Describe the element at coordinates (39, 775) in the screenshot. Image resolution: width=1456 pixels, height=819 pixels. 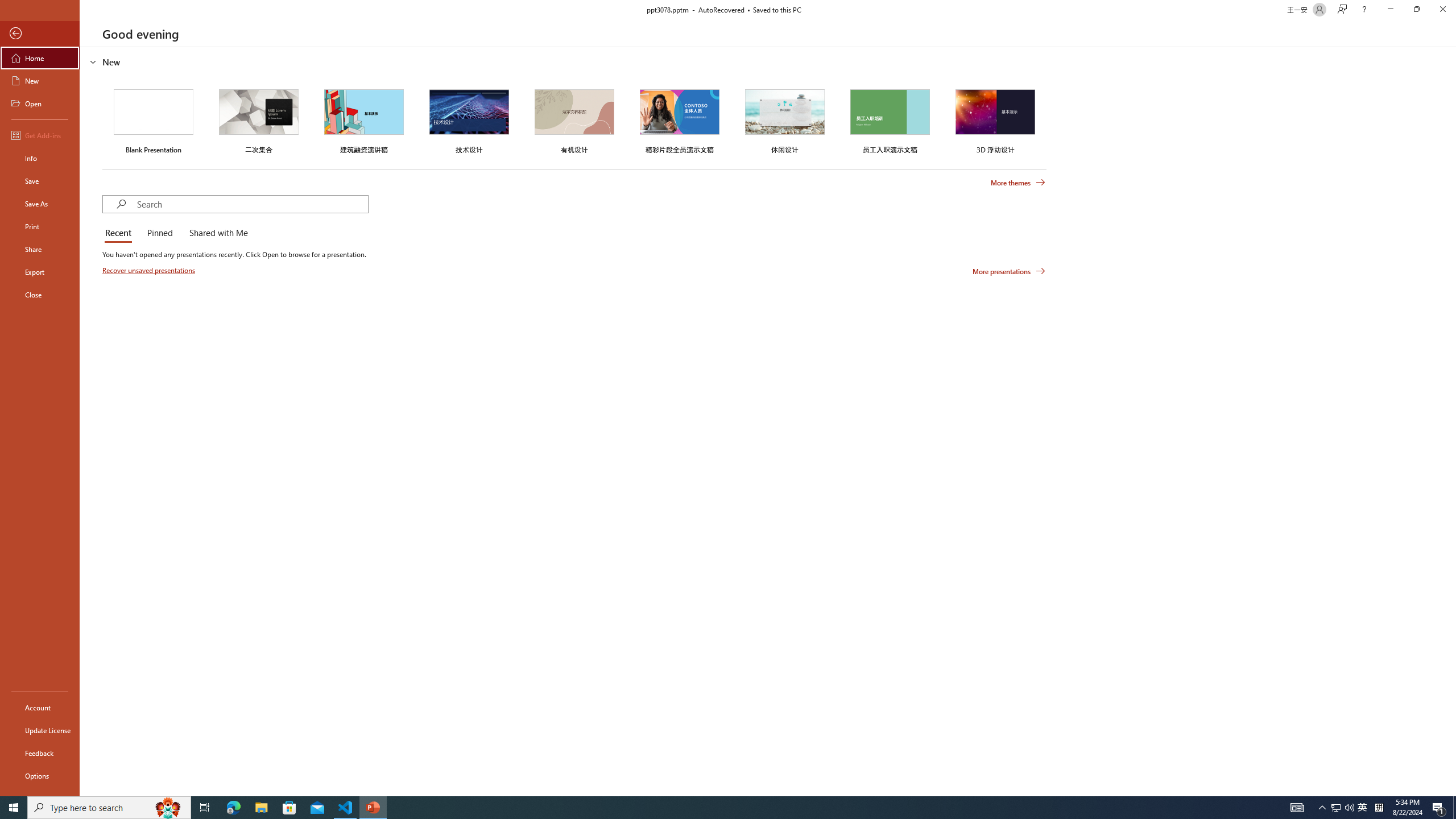
I see `'Options'` at that location.